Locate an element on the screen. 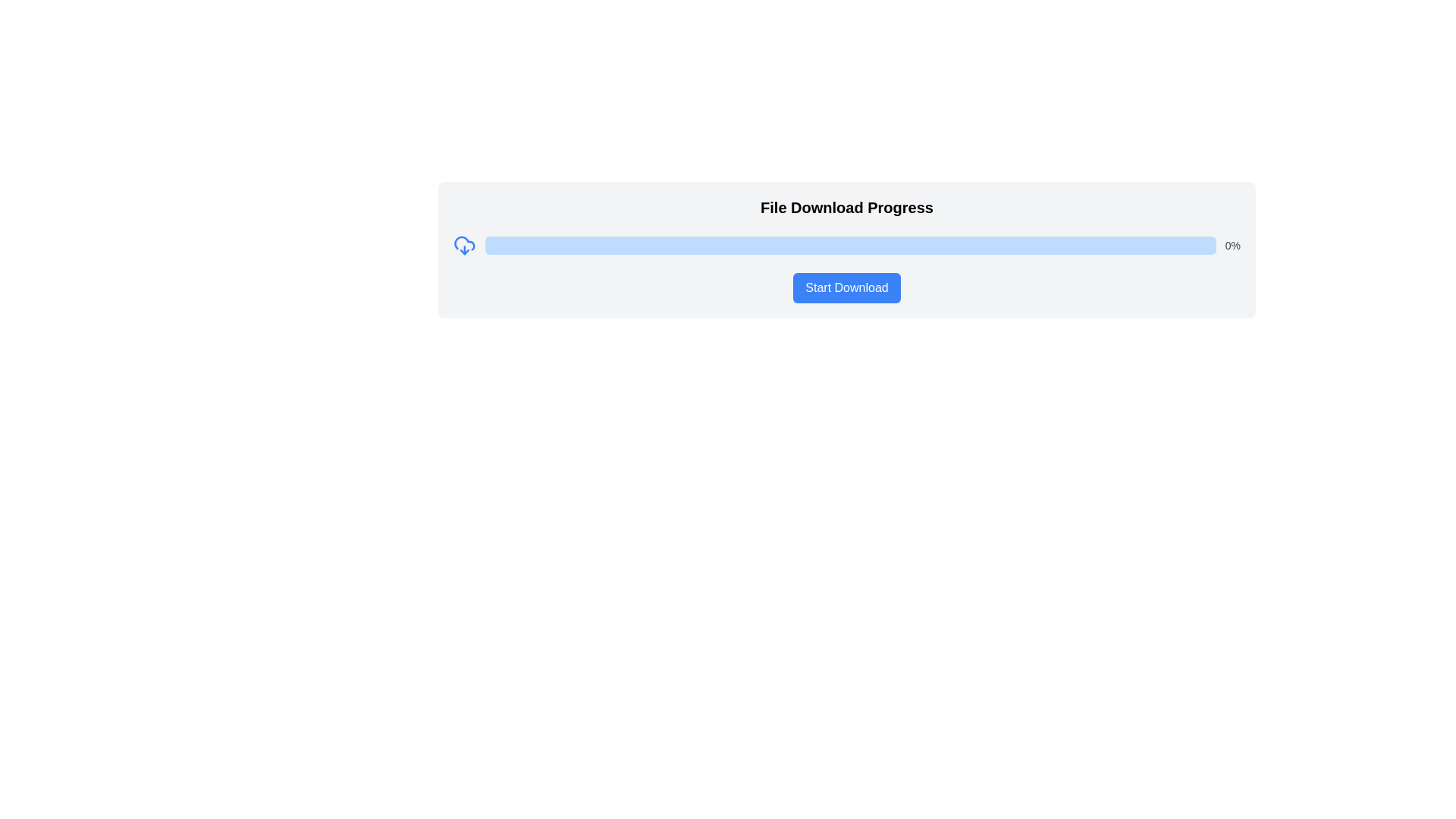 The image size is (1456, 819). the static text label that indicates the context and purpose of the section related to file download progress, located above the progress bar is located at coordinates (846, 207).